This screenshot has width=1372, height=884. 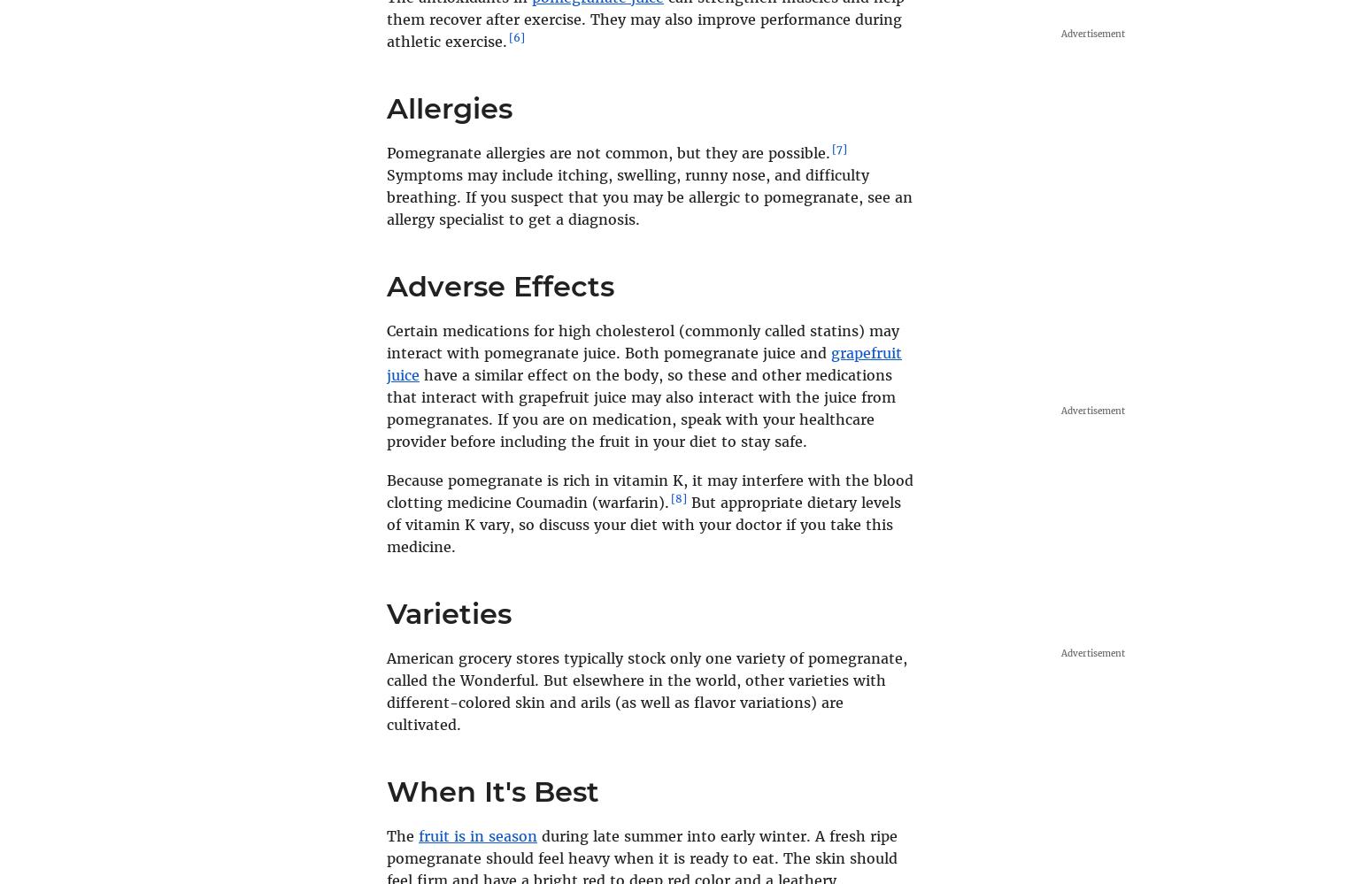 I want to click on 'But appropriate dietary levels of vitamin K vary, so discuss your diet with your doctor if you take this medicine.', so click(x=644, y=525).